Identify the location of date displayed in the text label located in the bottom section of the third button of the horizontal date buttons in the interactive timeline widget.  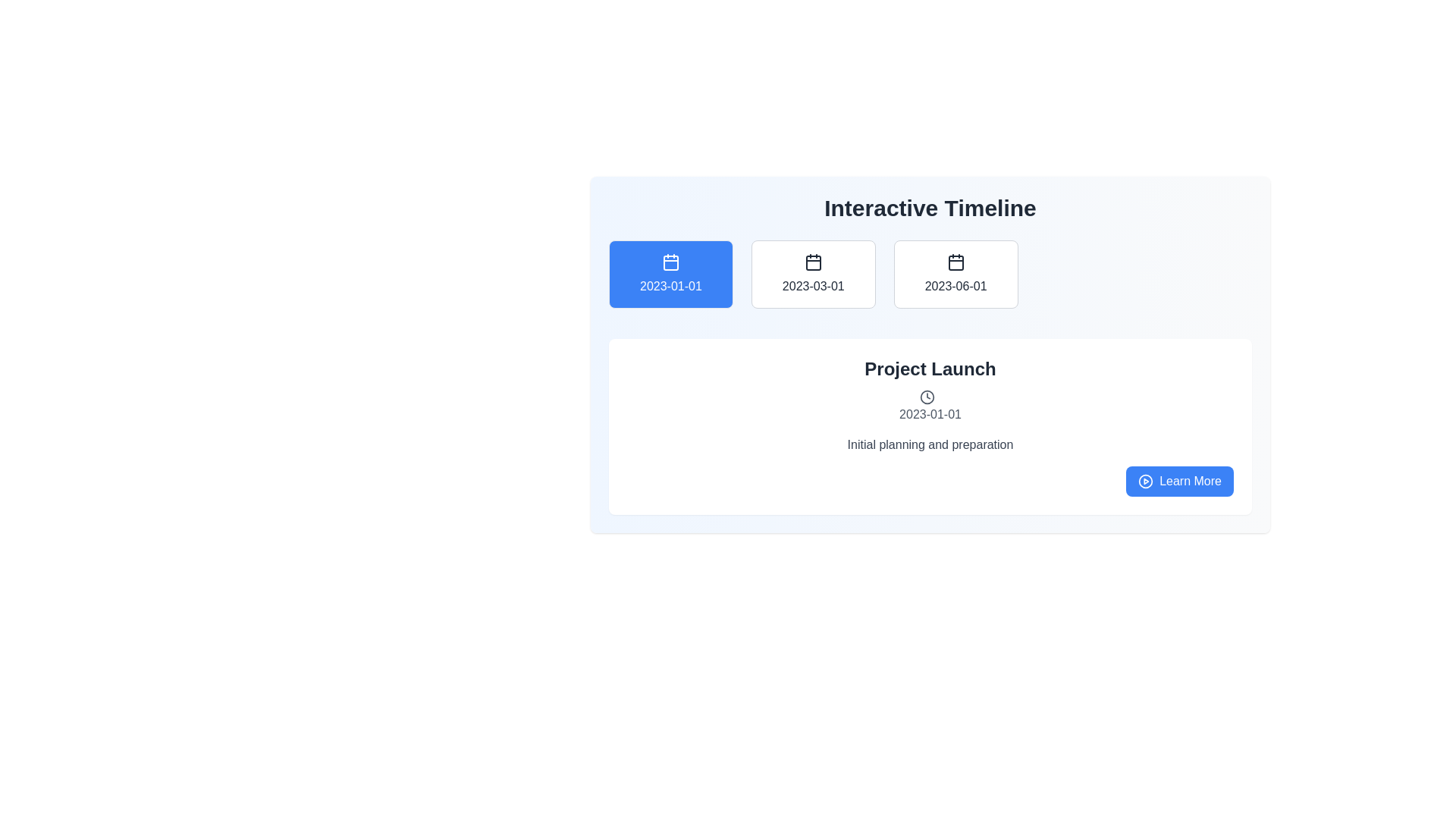
(955, 287).